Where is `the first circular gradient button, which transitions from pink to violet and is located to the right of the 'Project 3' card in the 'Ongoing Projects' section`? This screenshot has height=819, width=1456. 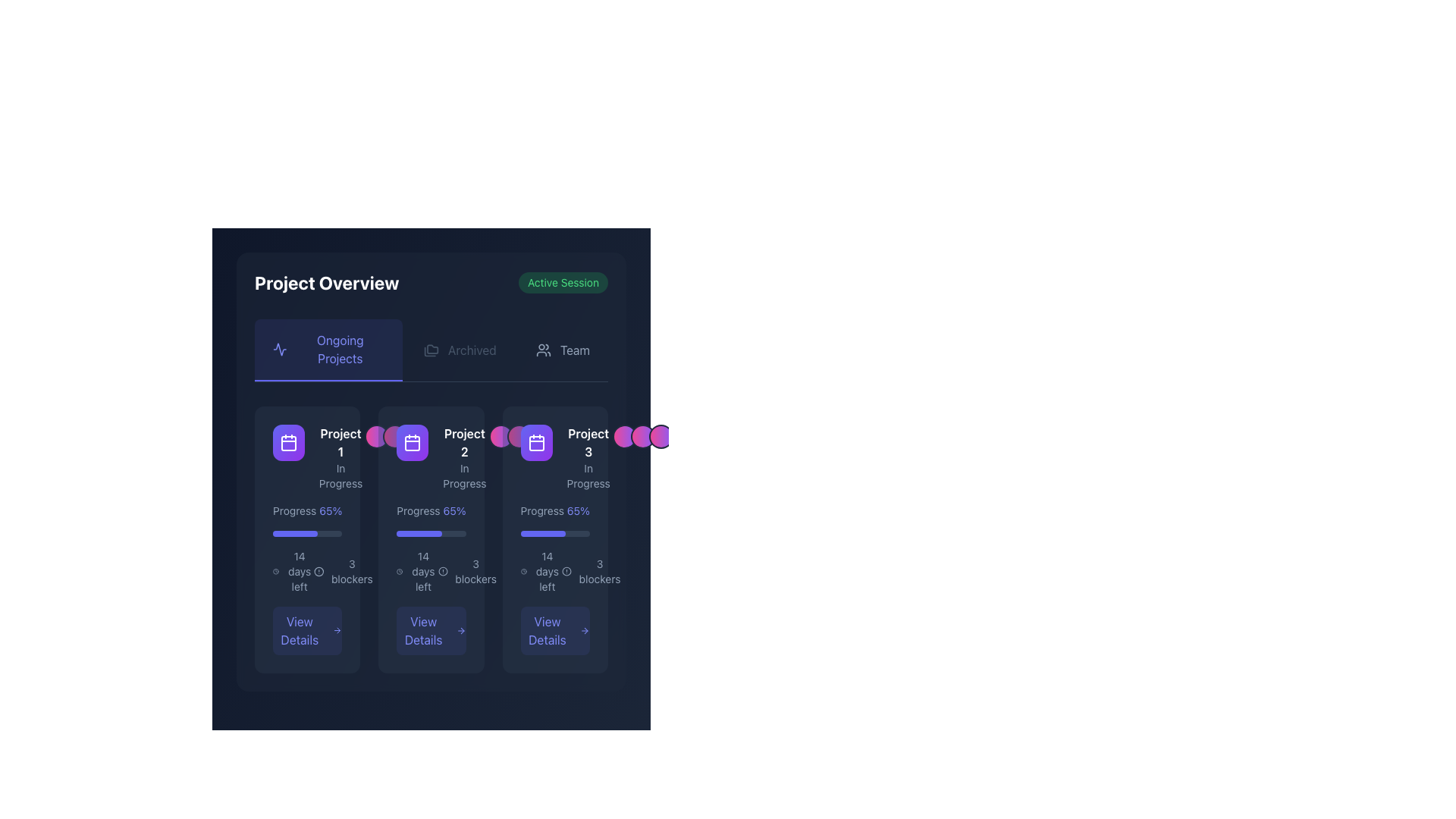
the first circular gradient button, which transitions from pink to violet and is located to the right of the 'Project 3' card in the 'Ongoing Projects' section is located at coordinates (624, 436).